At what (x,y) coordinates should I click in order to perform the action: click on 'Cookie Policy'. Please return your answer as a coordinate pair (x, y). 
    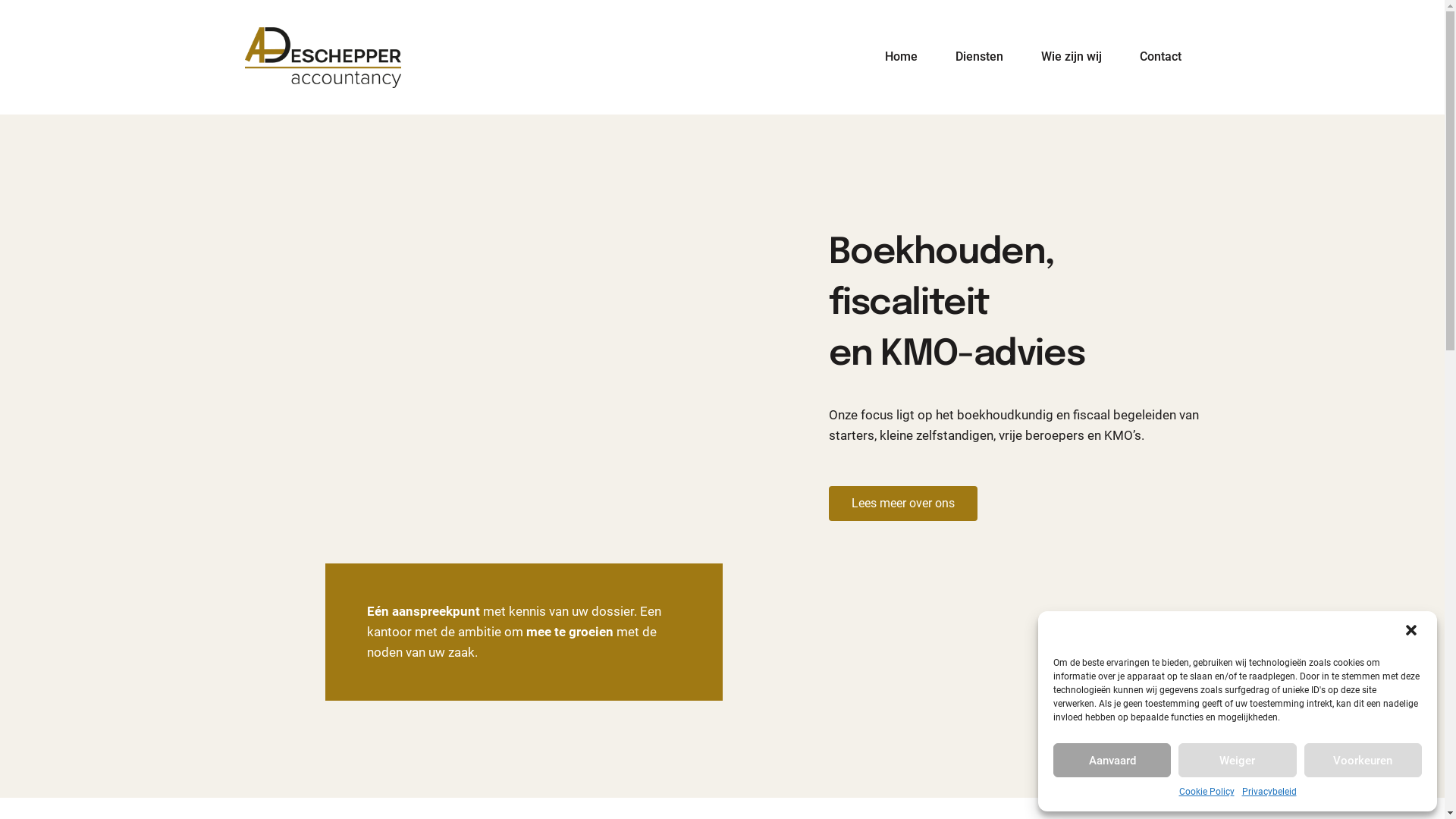
    Looking at the image, I should click on (1205, 792).